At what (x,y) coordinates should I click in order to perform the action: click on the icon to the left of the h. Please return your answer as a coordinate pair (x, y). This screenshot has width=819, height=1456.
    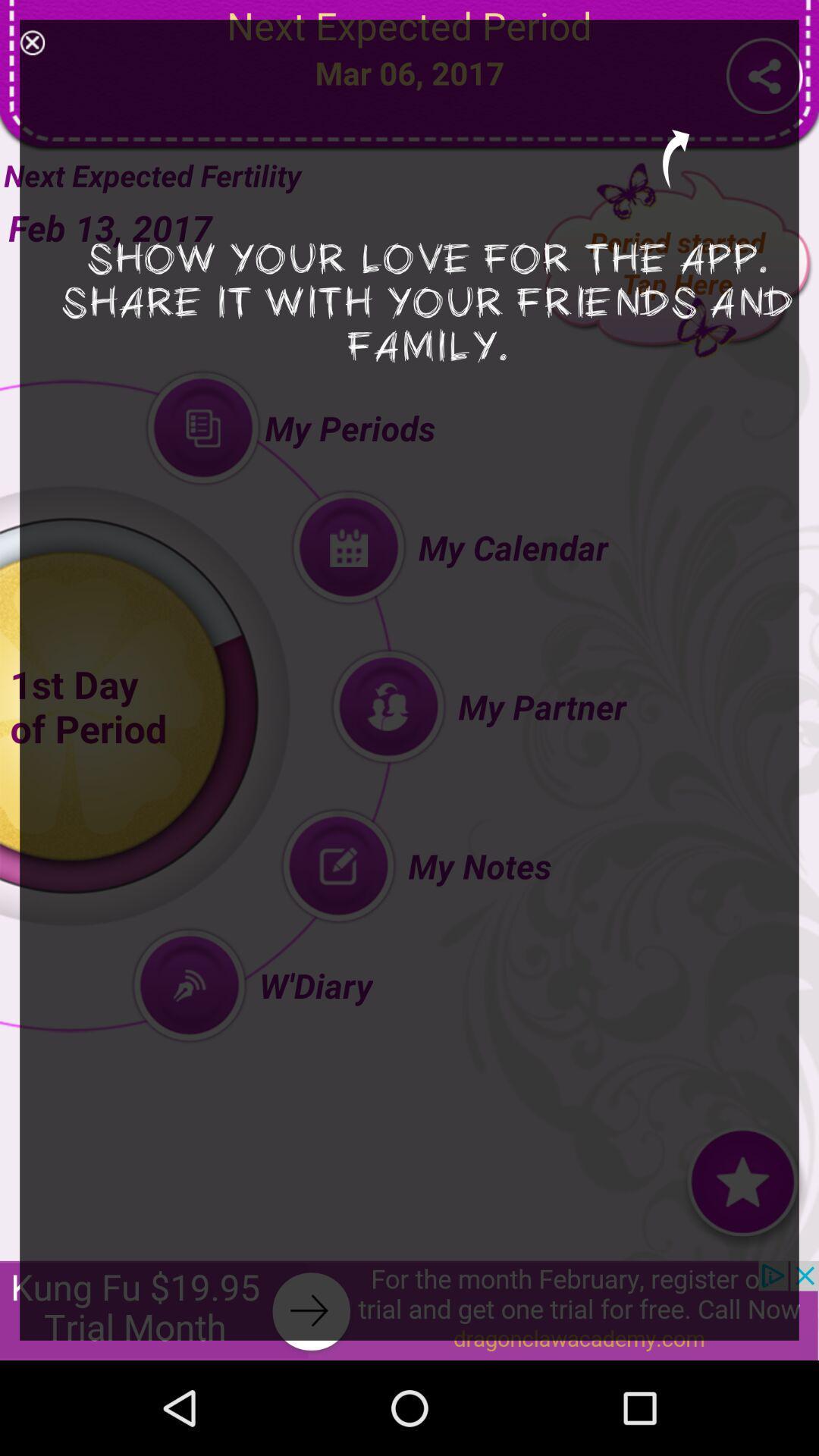
    Looking at the image, I should click on (32, 42).